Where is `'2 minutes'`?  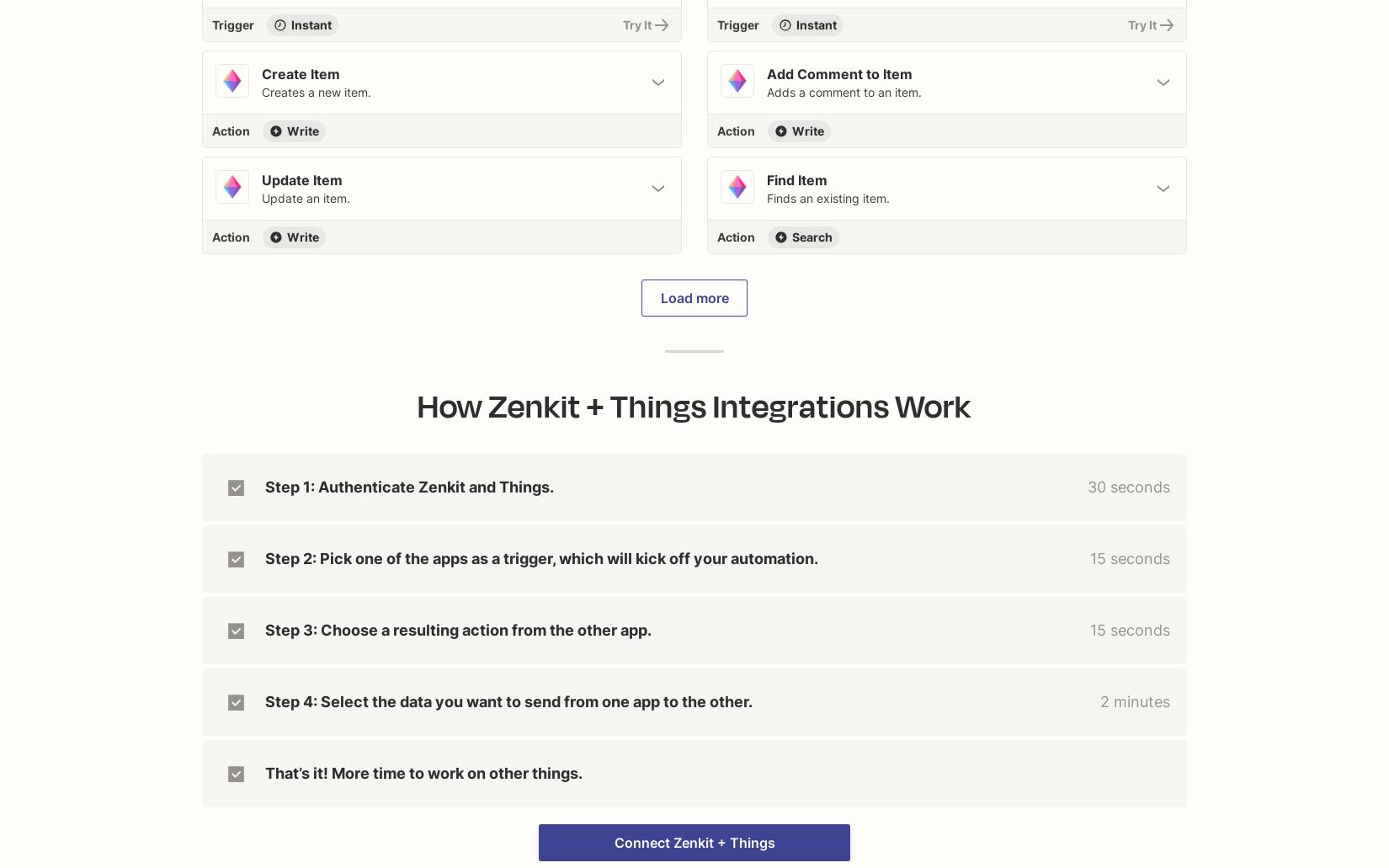 '2 minutes' is located at coordinates (1134, 701).